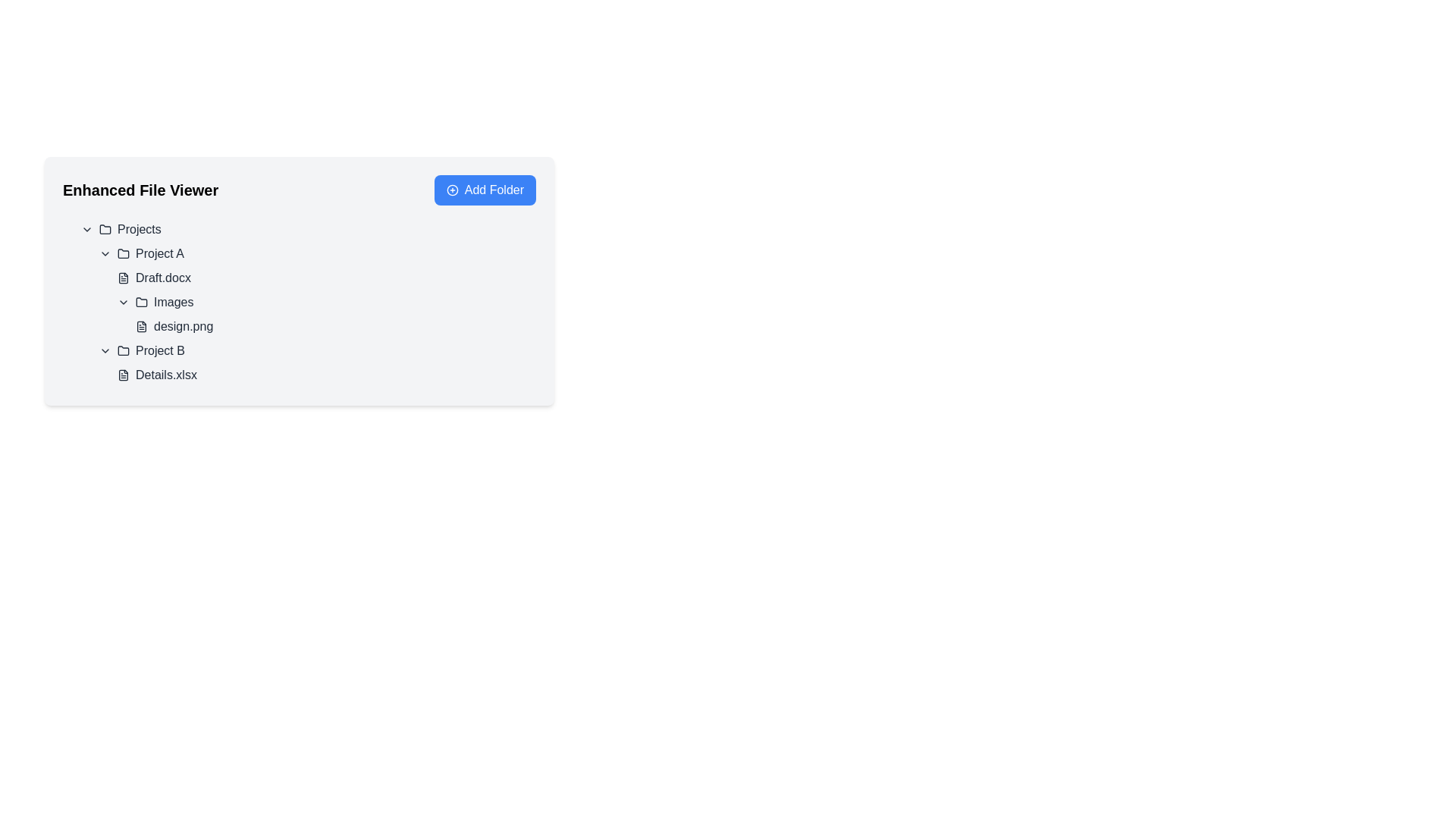  I want to click on the chevron-down icon button used for toggling the visibility of the folder labeled 'Images', so click(124, 302).